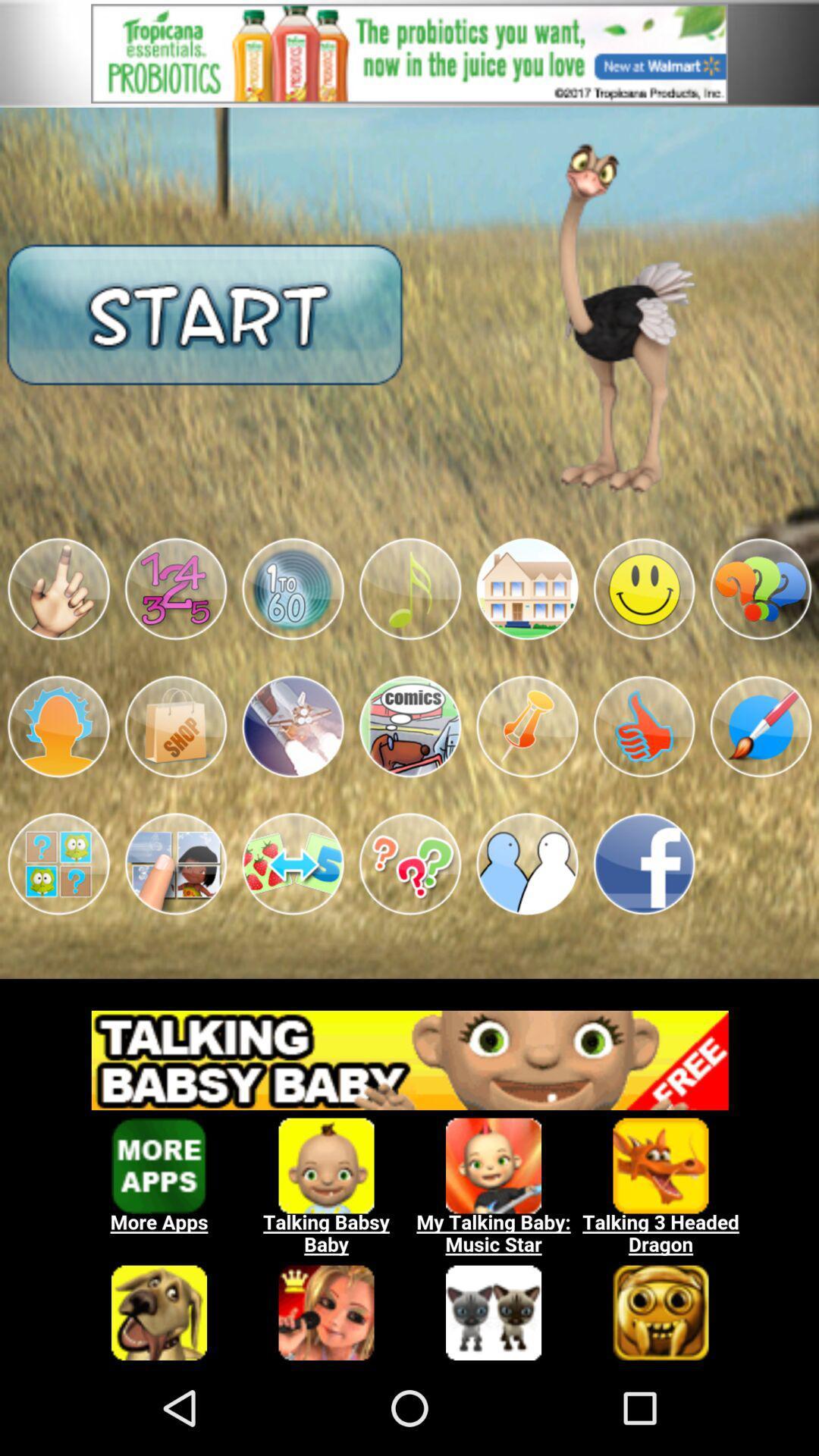 The height and width of the screenshot is (1456, 819). Describe the element at coordinates (644, 630) in the screenshot. I see `the emoji icon` at that location.